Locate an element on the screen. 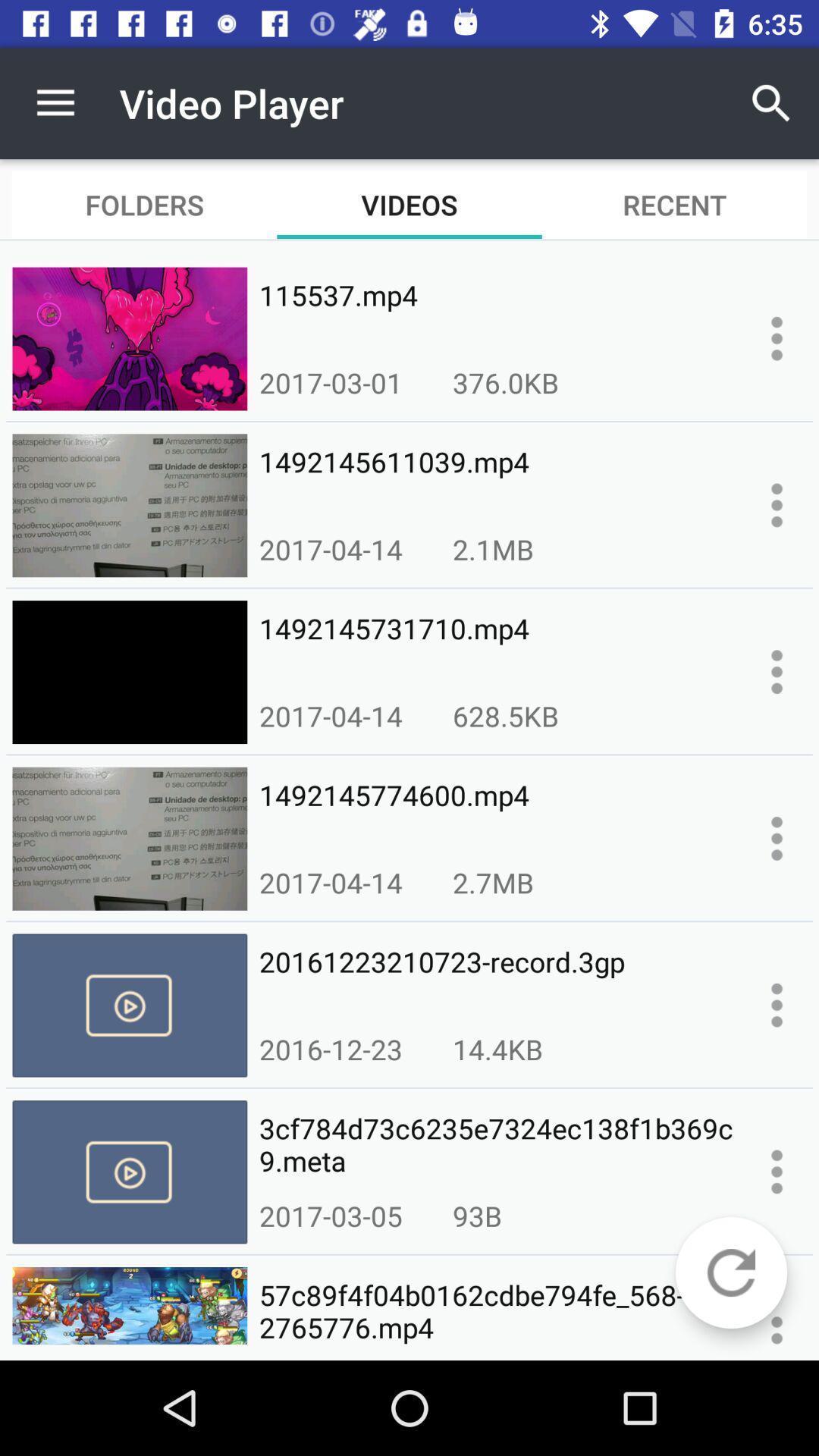 This screenshot has width=819, height=1456. icon below 2017-03-05 is located at coordinates (497, 1311).